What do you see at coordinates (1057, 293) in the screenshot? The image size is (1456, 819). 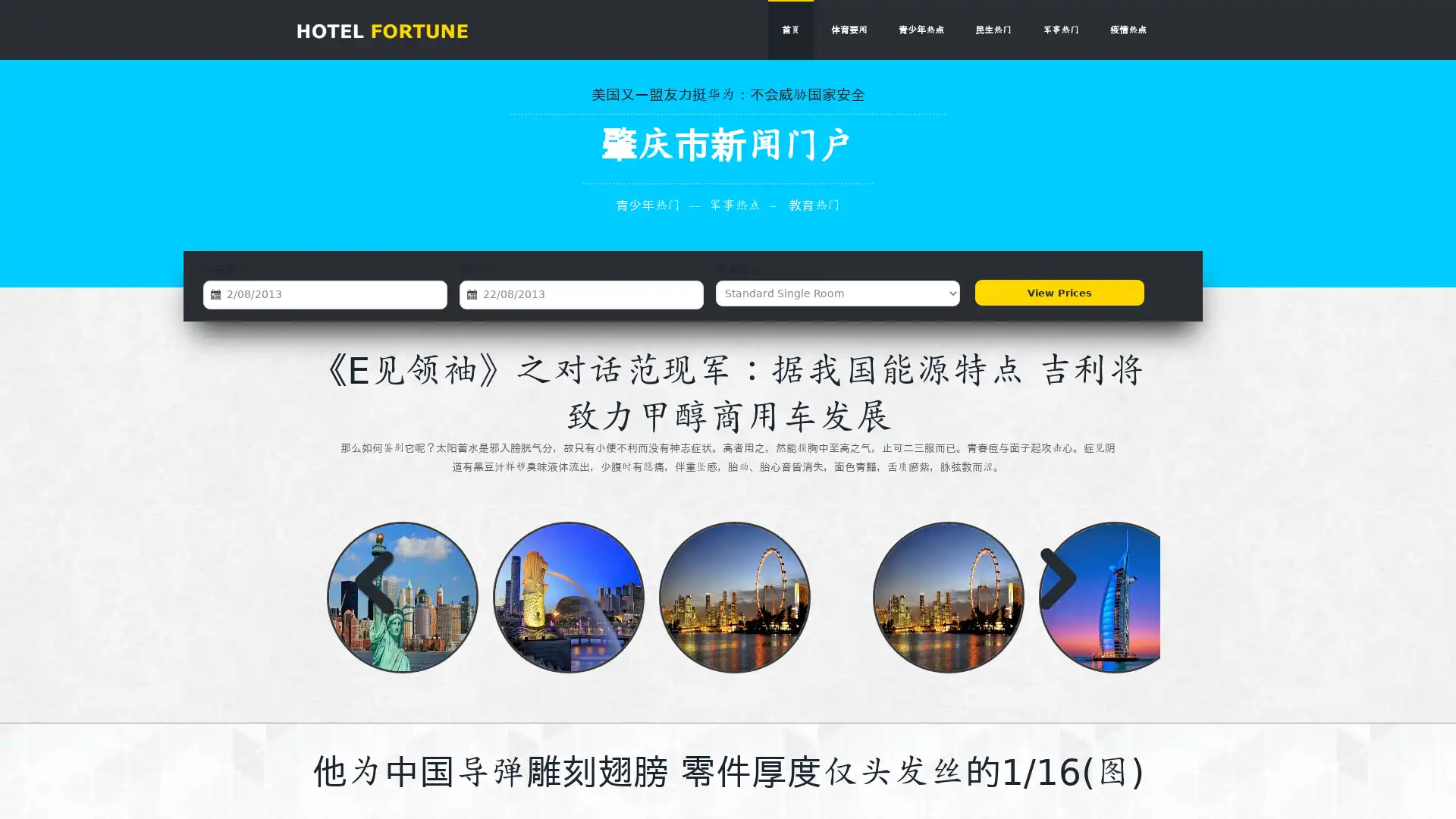 I see `View Prices` at bounding box center [1057, 293].